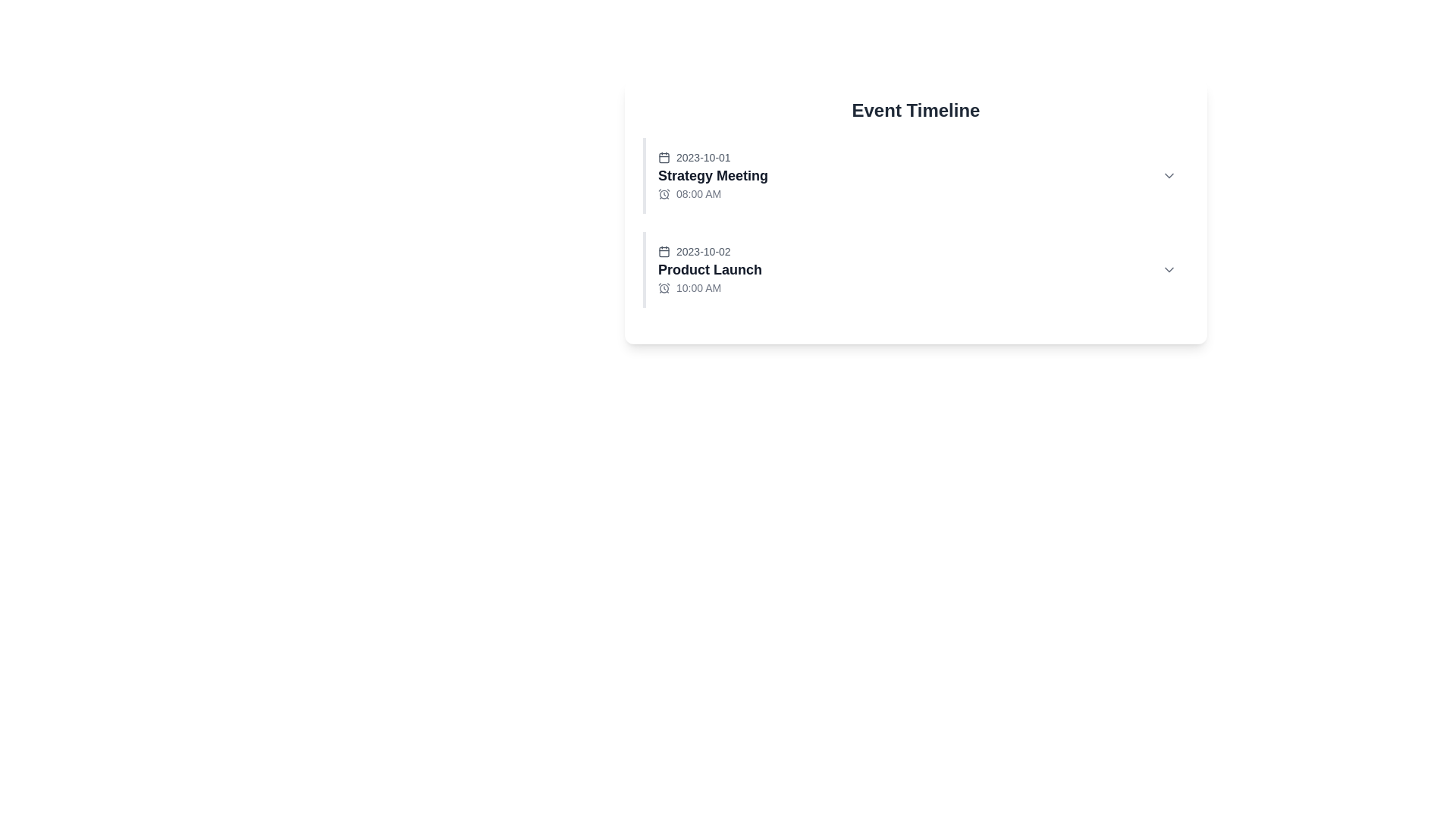  I want to click on the Information row displaying details about the second listed event in the vertical timeline layout, located under the 'Strategy Meeting' entry, so click(916, 268).